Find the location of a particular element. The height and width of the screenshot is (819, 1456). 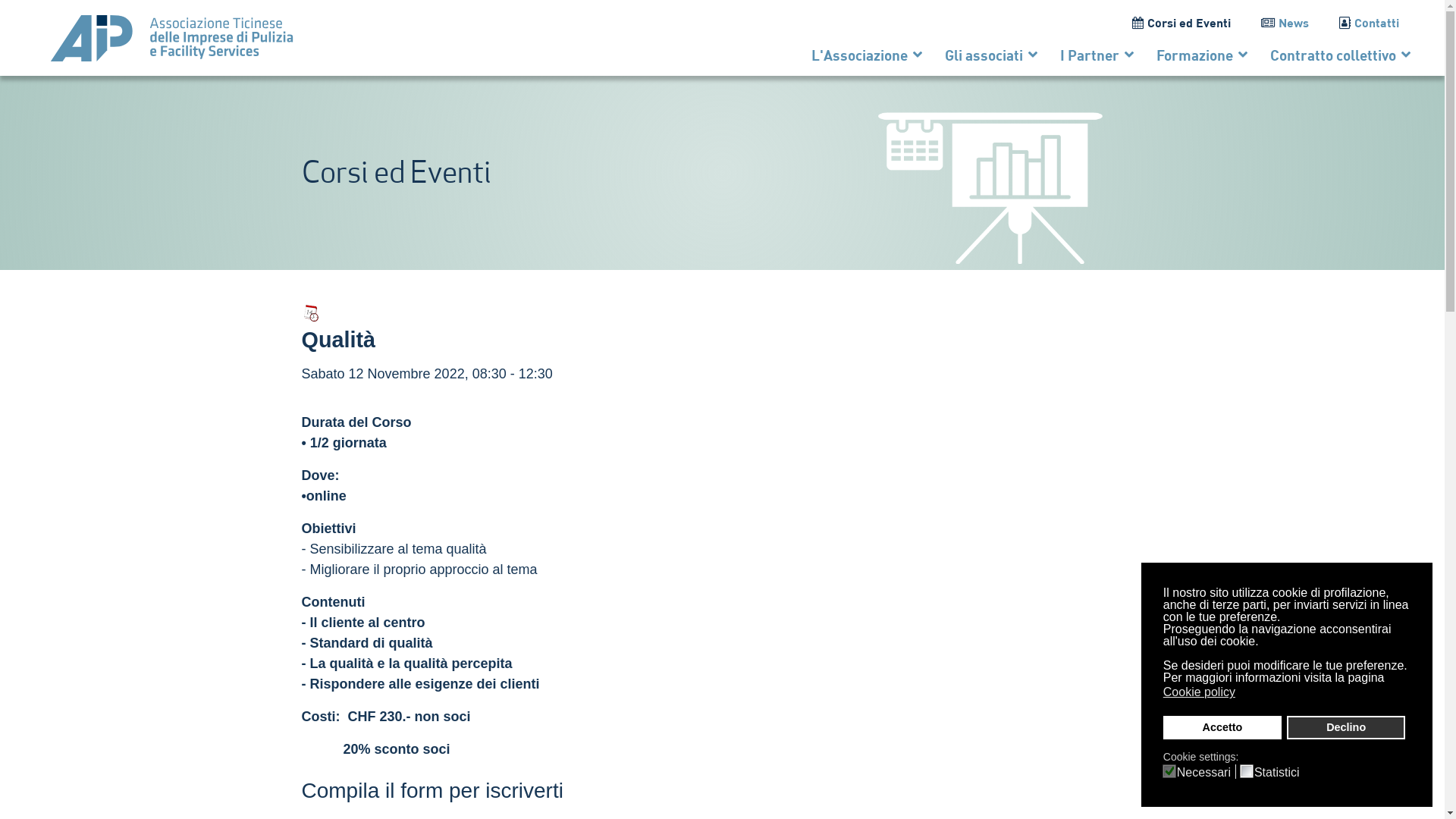

'Gli associati' is located at coordinates (990, 54).